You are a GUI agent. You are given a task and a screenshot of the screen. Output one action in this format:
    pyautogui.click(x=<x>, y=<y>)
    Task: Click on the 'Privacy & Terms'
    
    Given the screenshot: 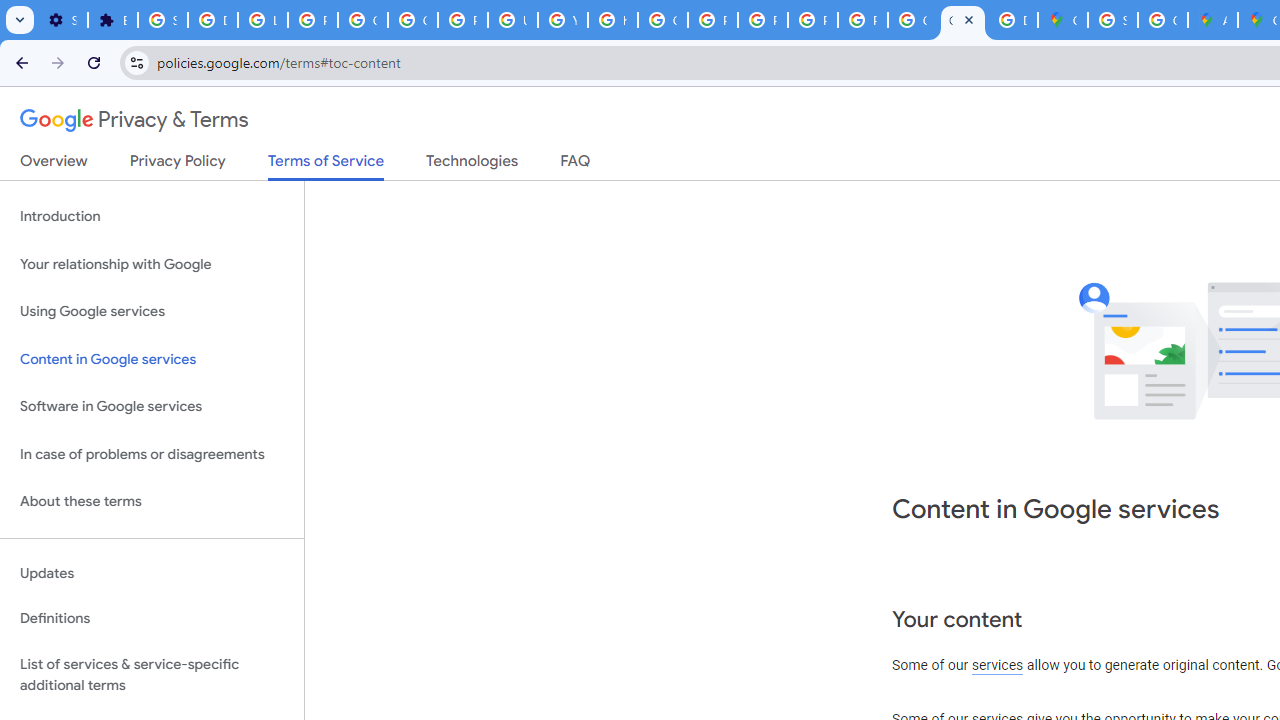 What is the action you would take?
    pyautogui.click(x=134, y=120)
    